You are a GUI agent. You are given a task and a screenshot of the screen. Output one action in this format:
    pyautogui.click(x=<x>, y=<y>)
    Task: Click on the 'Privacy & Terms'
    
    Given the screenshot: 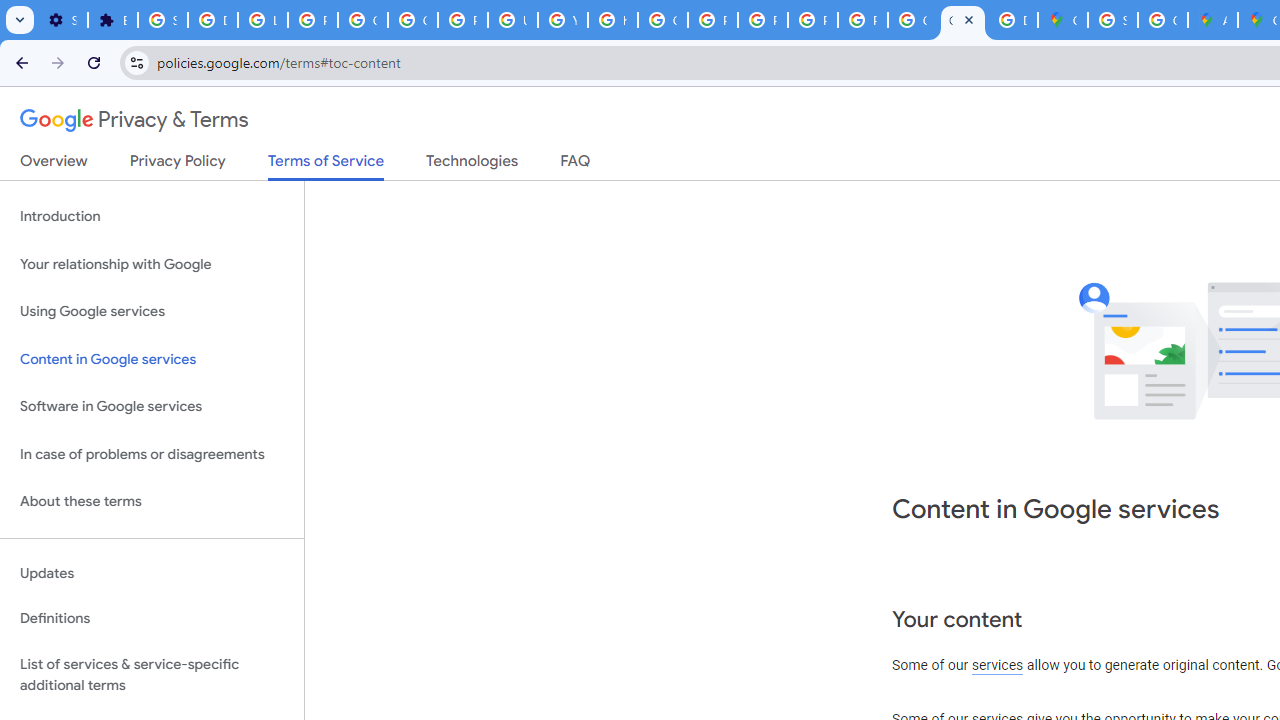 What is the action you would take?
    pyautogui.click(x=134, y=120)
    